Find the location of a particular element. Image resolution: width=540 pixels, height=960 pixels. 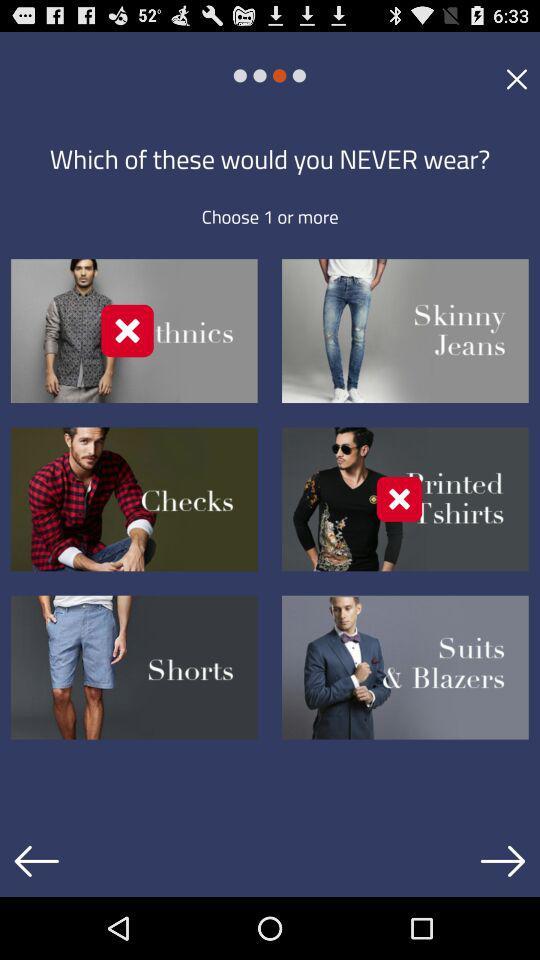

the arrow_forward icon is located at coordinates (502, 921).